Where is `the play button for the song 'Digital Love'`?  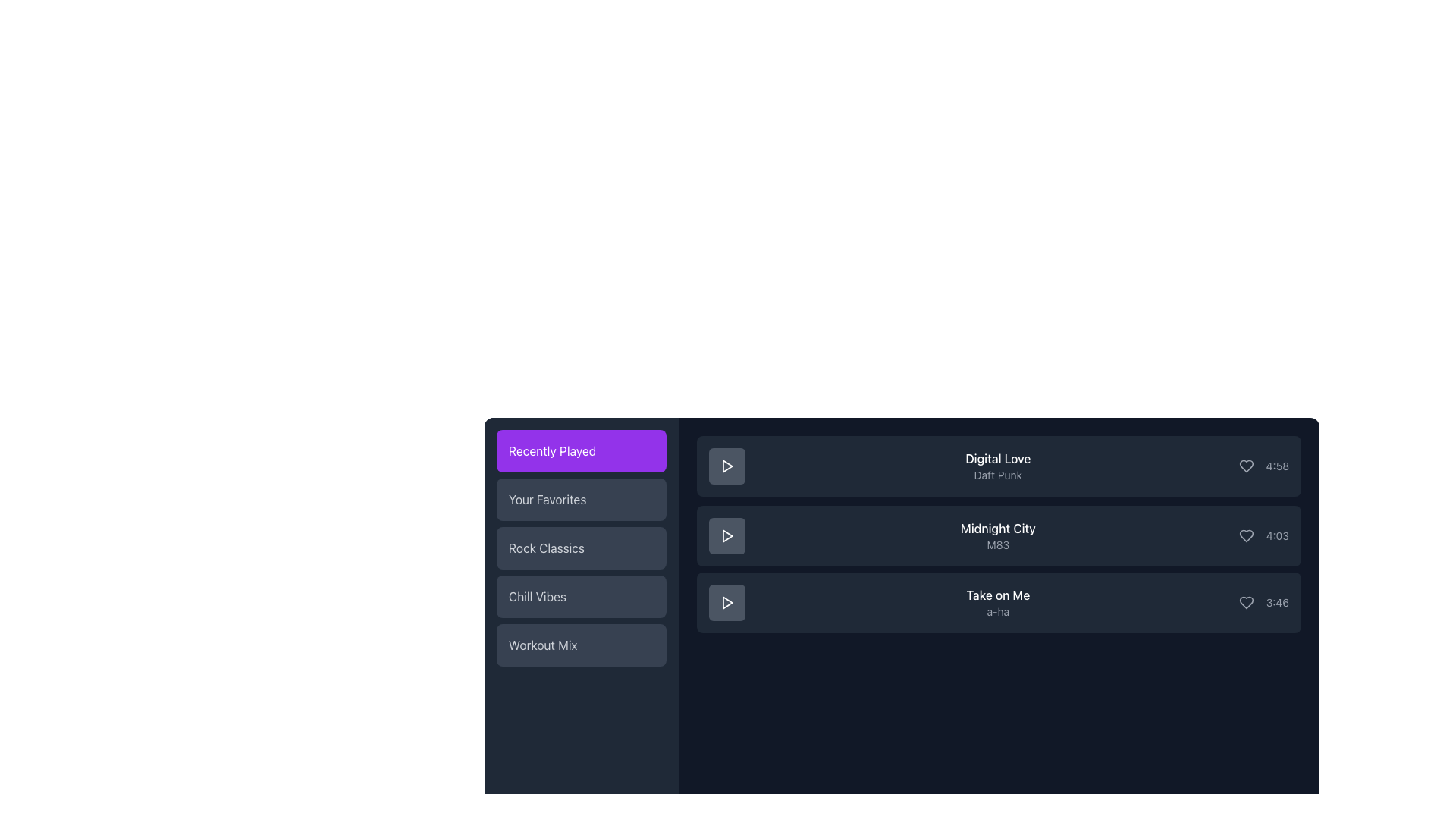 the play button for the song 'Digital Love' is located at coordinates (726, 465).